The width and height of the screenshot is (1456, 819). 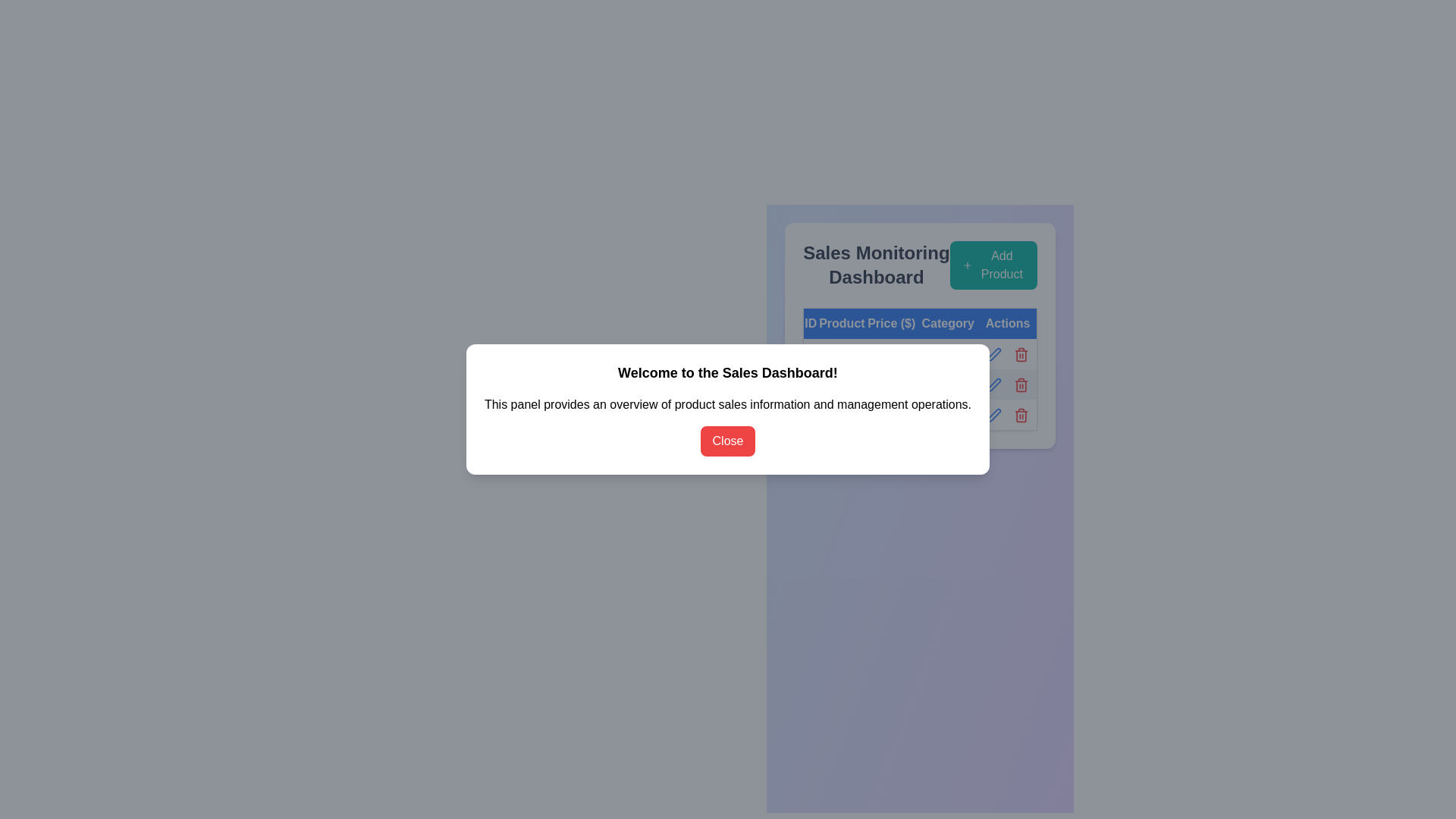 What do you see at coordinates (994, 384) in the screenshot?
I see `the pen icon located under the 'Actions' column in the dashboard to initiate editing for the associated entry` at bounding box center [994, 384].